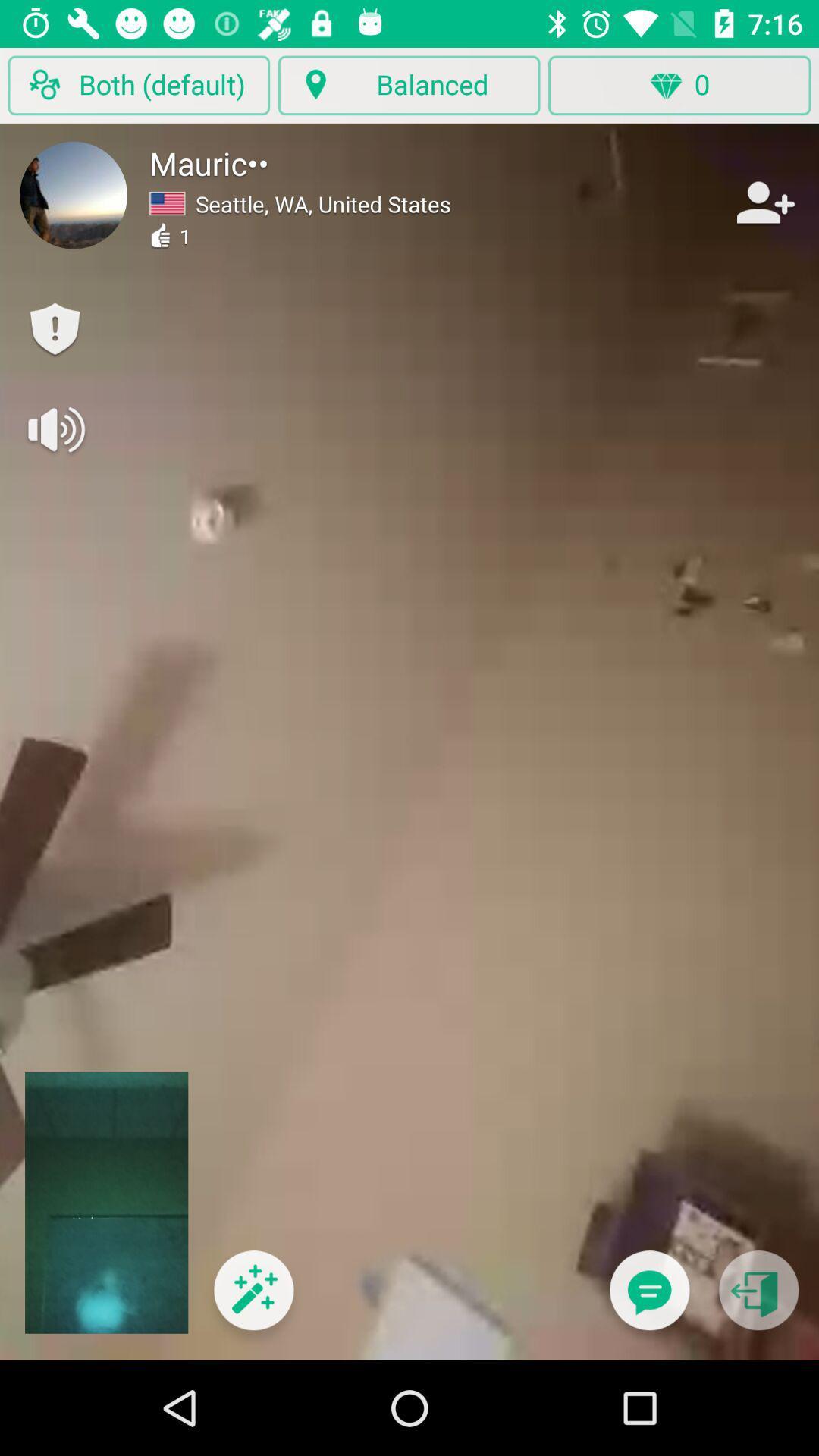 The width and height of the screenshot is (819, 1456). Describe the element at coordinates (764, 202) in the screenshot. I see `the follow icon` at that location.